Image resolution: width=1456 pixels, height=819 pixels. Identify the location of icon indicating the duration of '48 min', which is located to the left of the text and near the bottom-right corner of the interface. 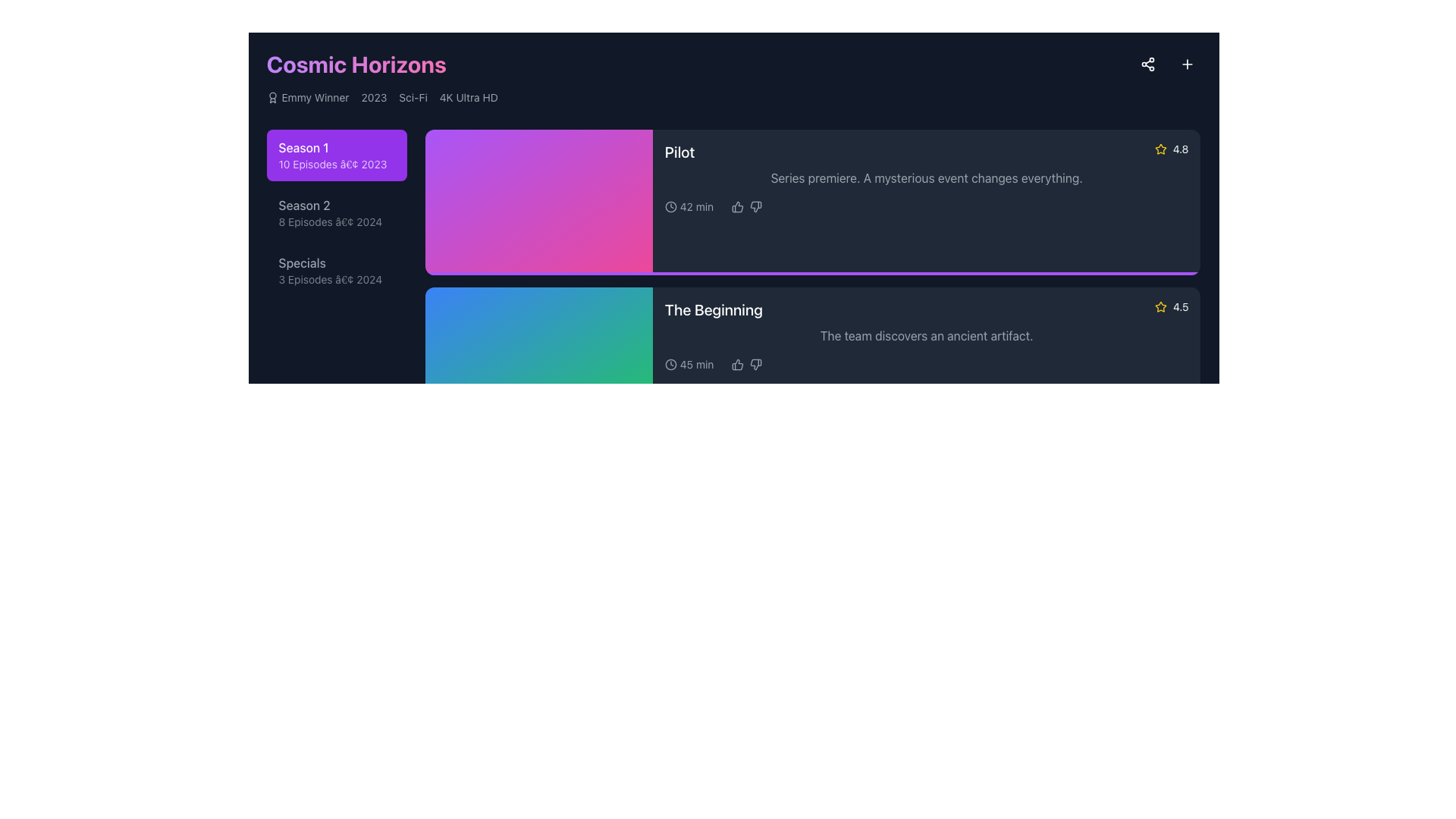
(670, 522).